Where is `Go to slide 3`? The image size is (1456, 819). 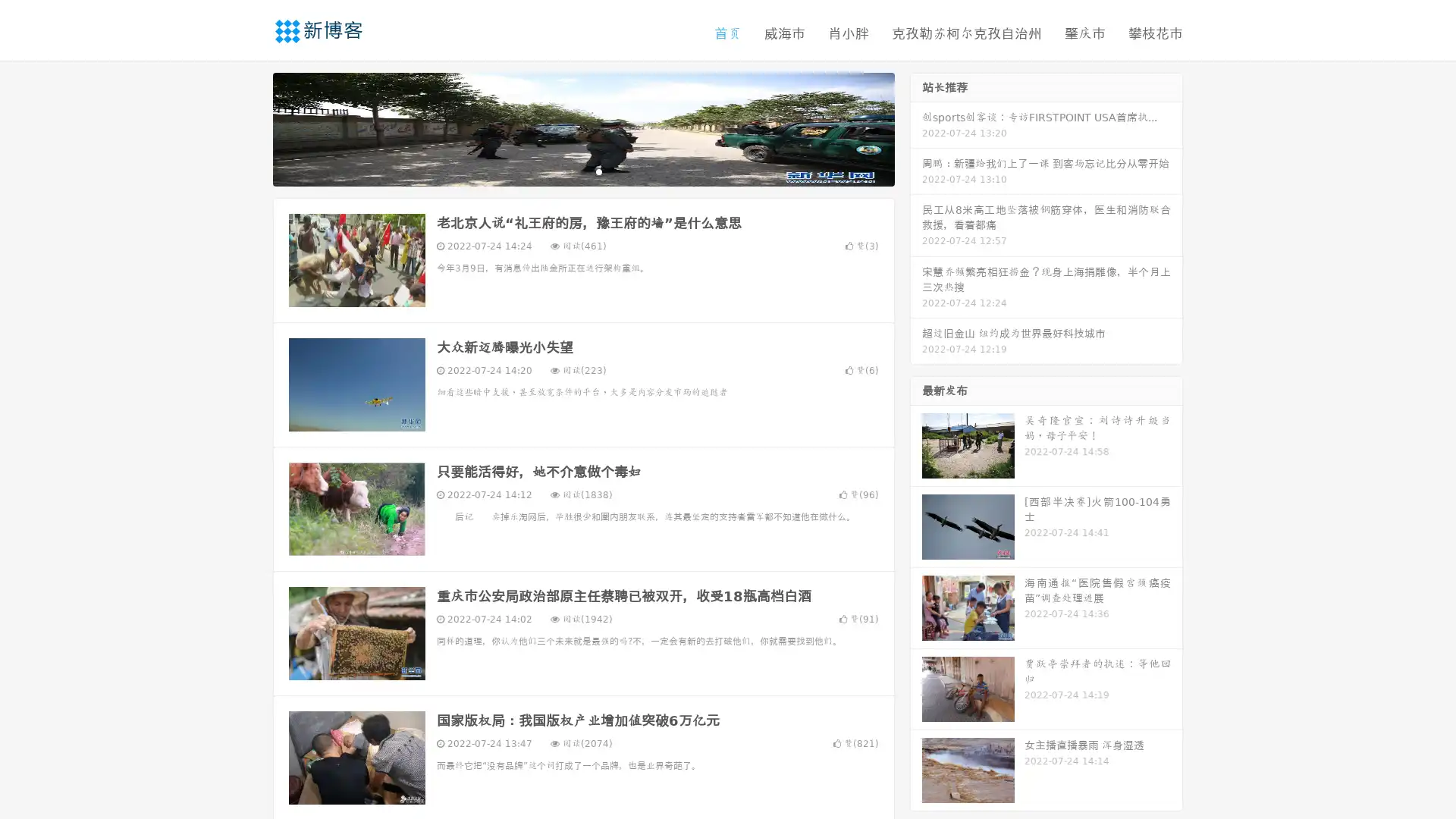 Go to slide 3 is located at coordinates (598, 171).